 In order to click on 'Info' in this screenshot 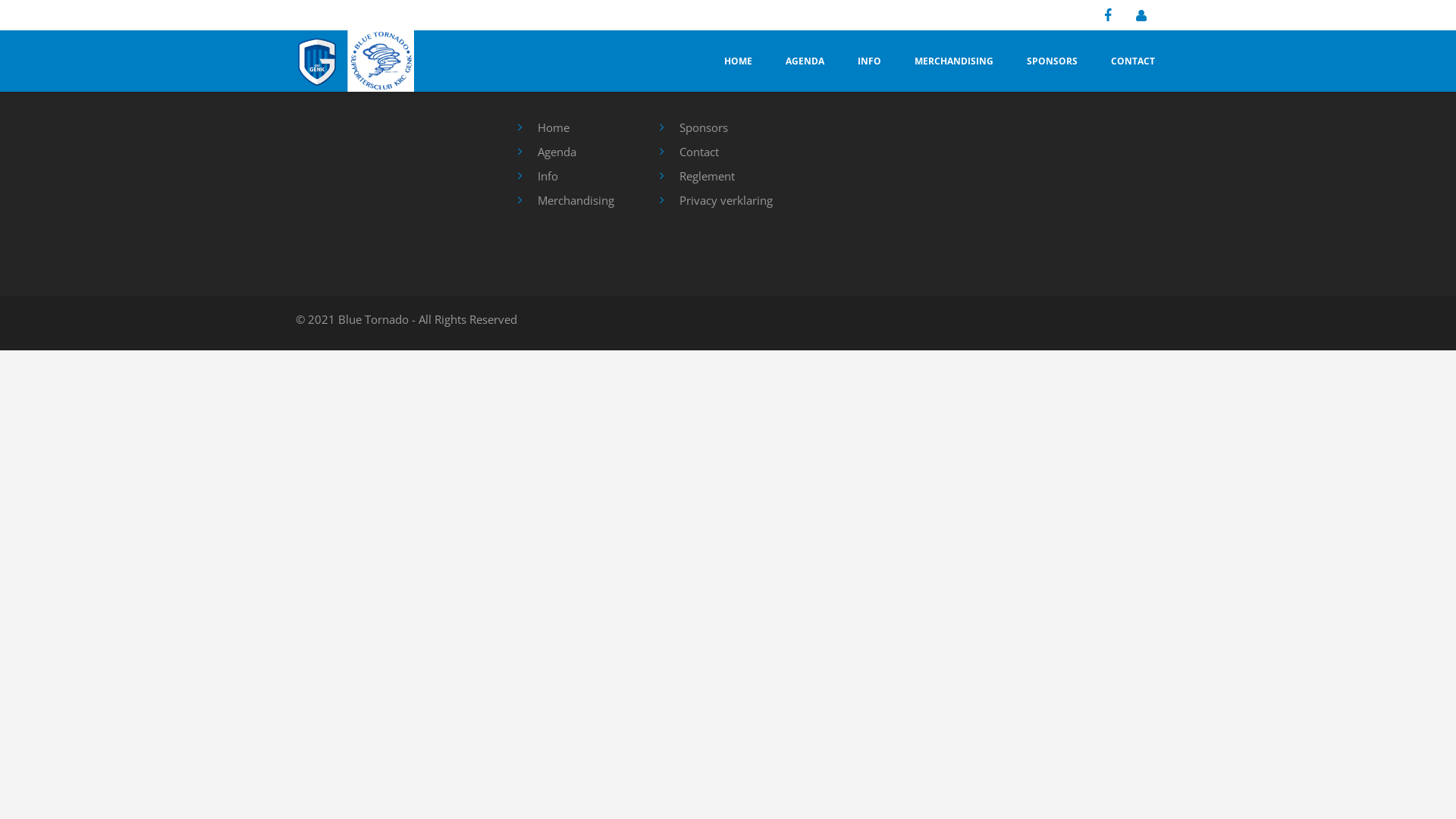, I will do `click(546, 174)`.